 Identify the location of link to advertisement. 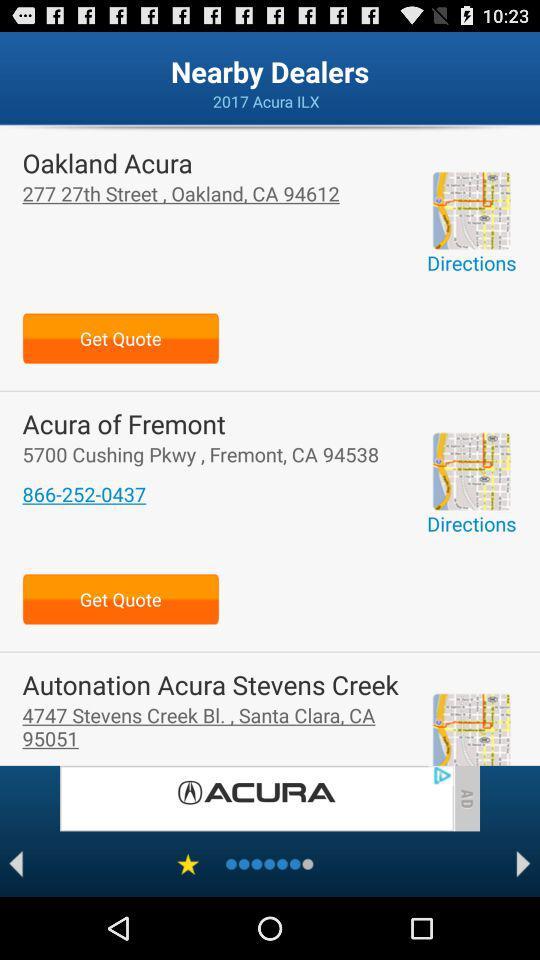
(256, 798).